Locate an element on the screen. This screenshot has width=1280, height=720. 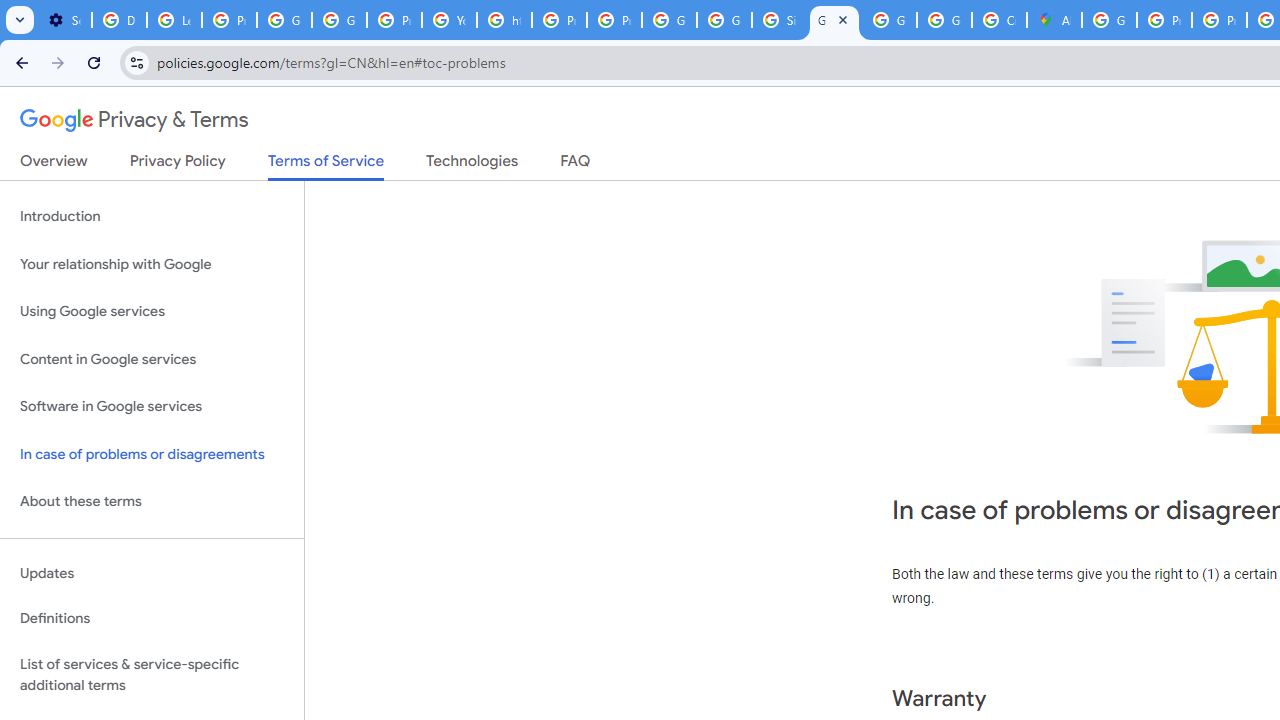
'Learn how to find your photos - Google Photos Help' is located at coordinates (174, 20).